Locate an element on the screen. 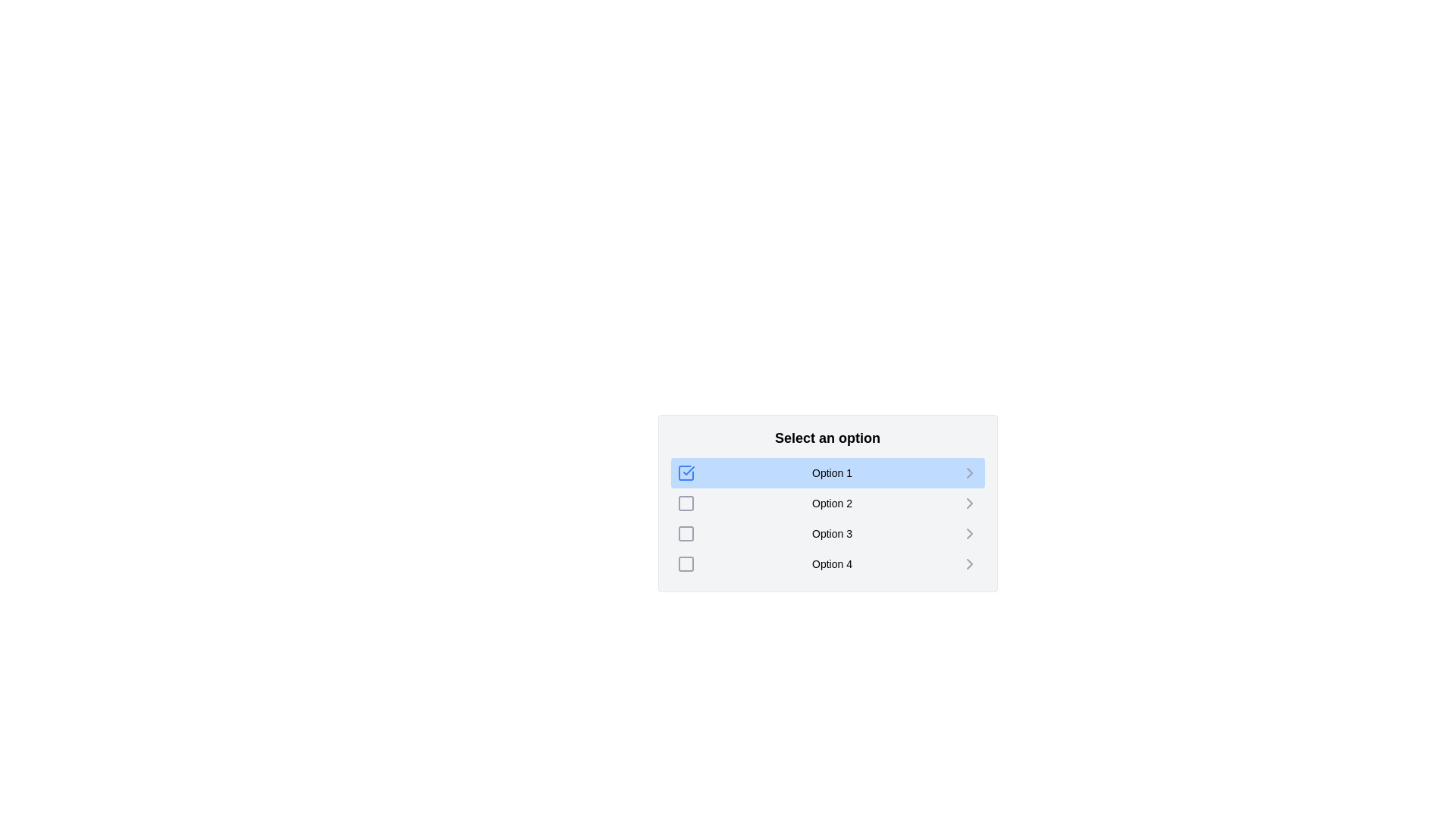 The width and height of the screenshot is (1456, 819). the rightwards chevron icon next to 'Option 1' is located at coordinates (968, 472).